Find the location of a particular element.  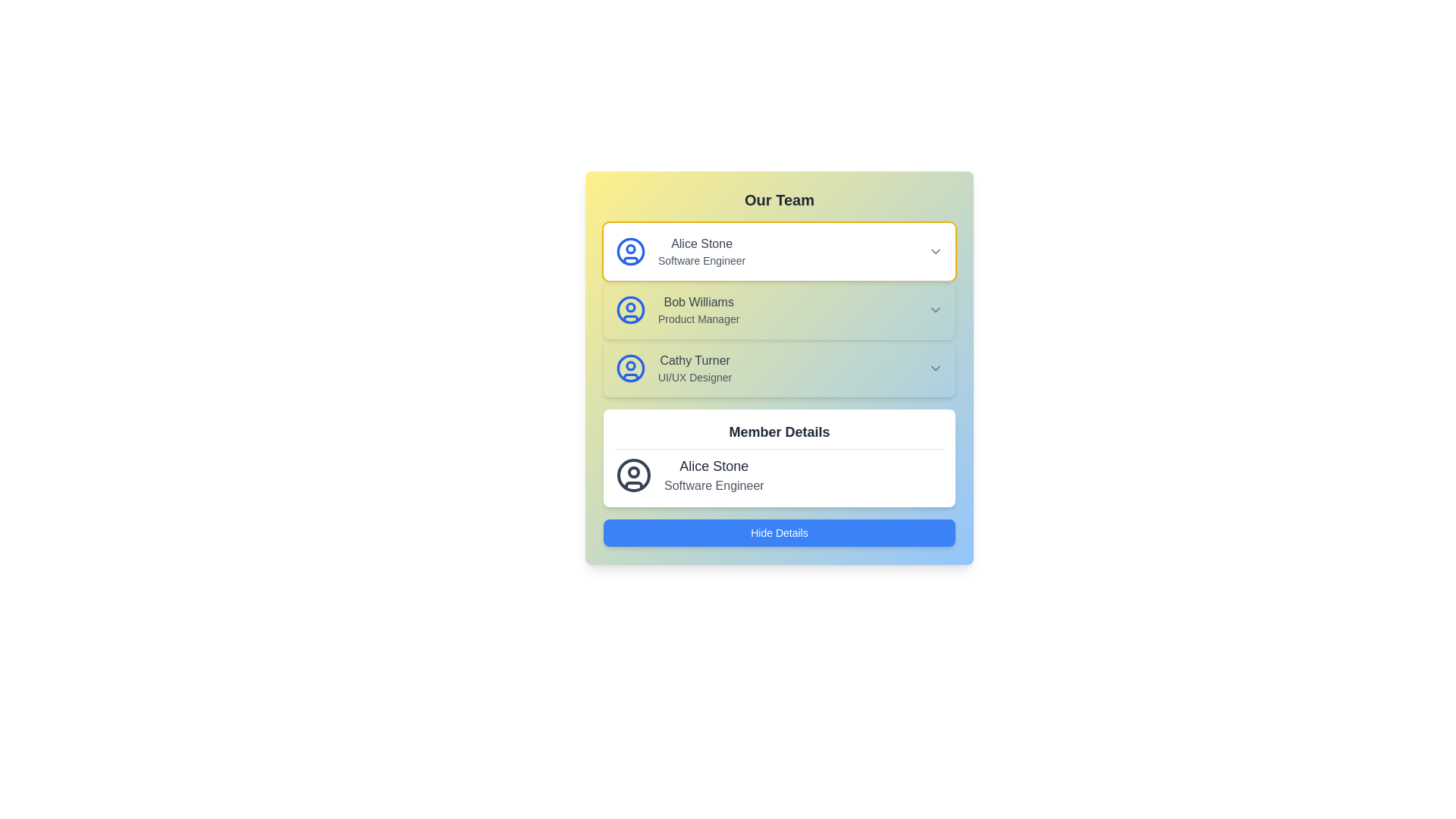

the circular blue user icon representing 'Bob Williams' located to the left of the text 'Bob Williams Product Manager' in the team members list is located at coordinates (630, 309).